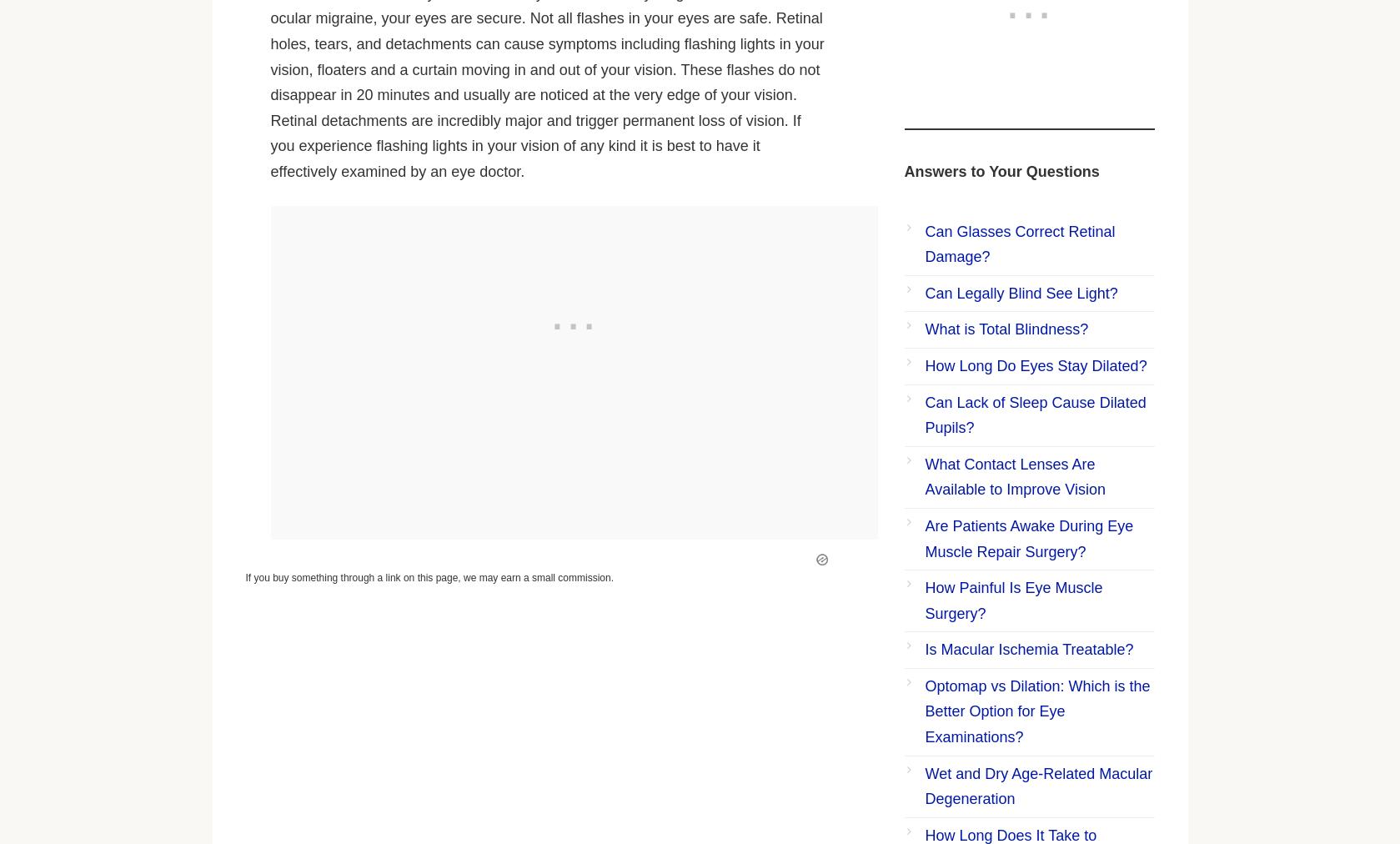 The height and width of the screenshot is (844, 1400). What do you see at coordinates (1018, 243) in the screenshot?
I see `'Can Glasses Correct Retinal Damage?'` at bounding box center [1018, 243].